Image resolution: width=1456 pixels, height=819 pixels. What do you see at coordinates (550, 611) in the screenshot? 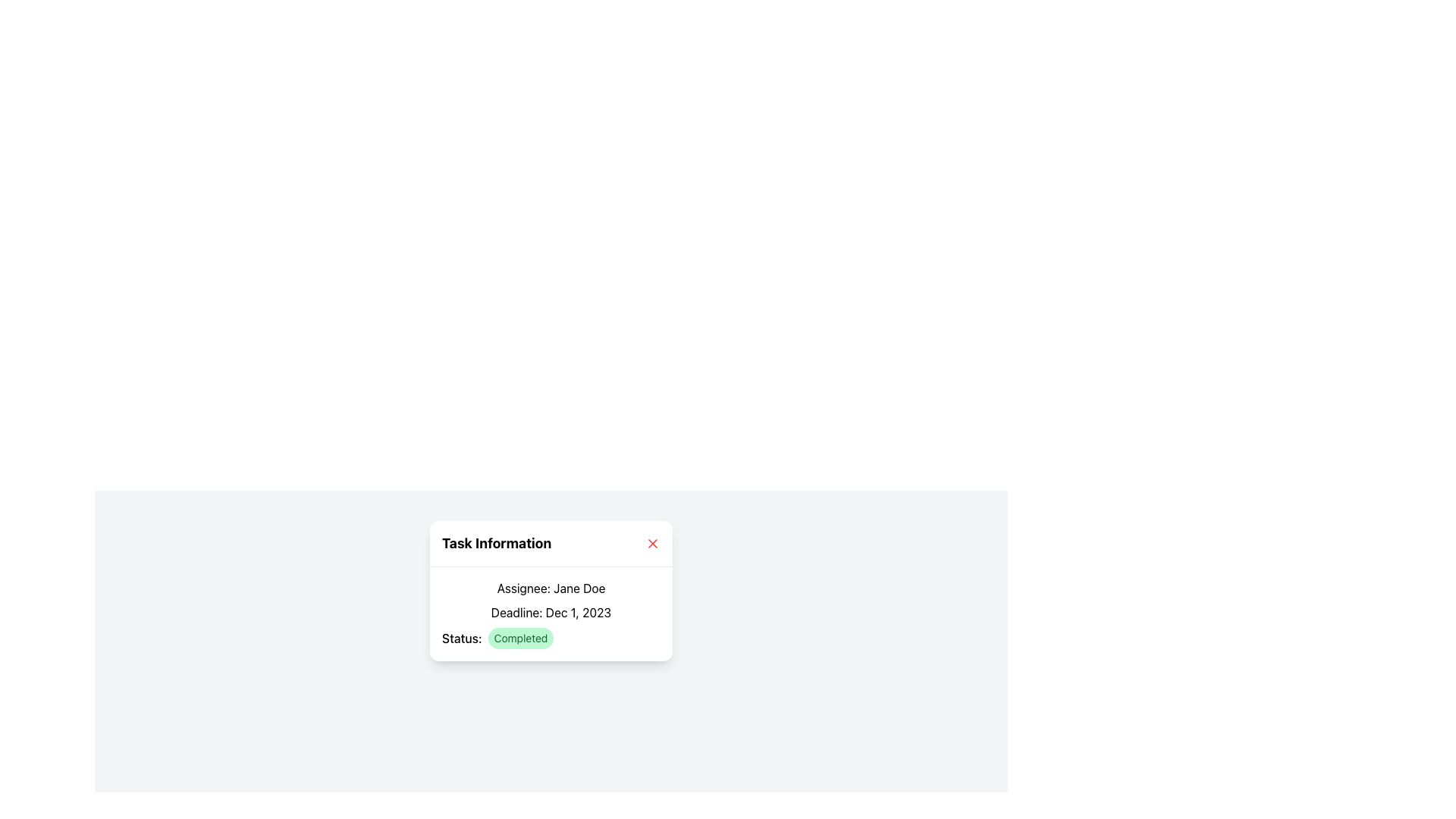
I see `the Text Display element that shows the task's deadline information, located between 'Assignee: Jane Doe' and 'Status: Completed'` at bounding box center [550, 611].